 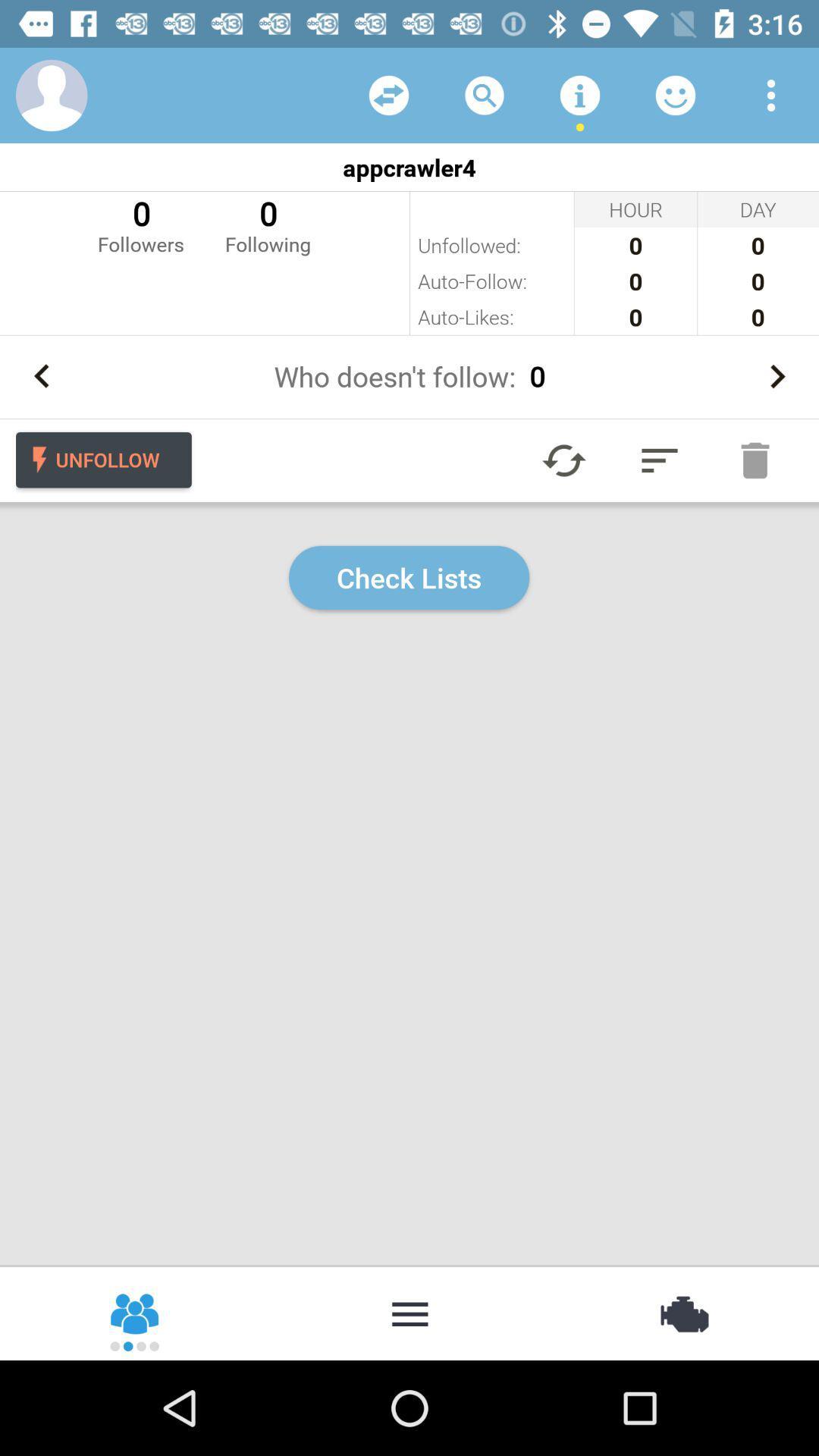 What do you see at coordinates (485, 94) in the screenshot?
I see `serch` at bounding box center [485, 94].